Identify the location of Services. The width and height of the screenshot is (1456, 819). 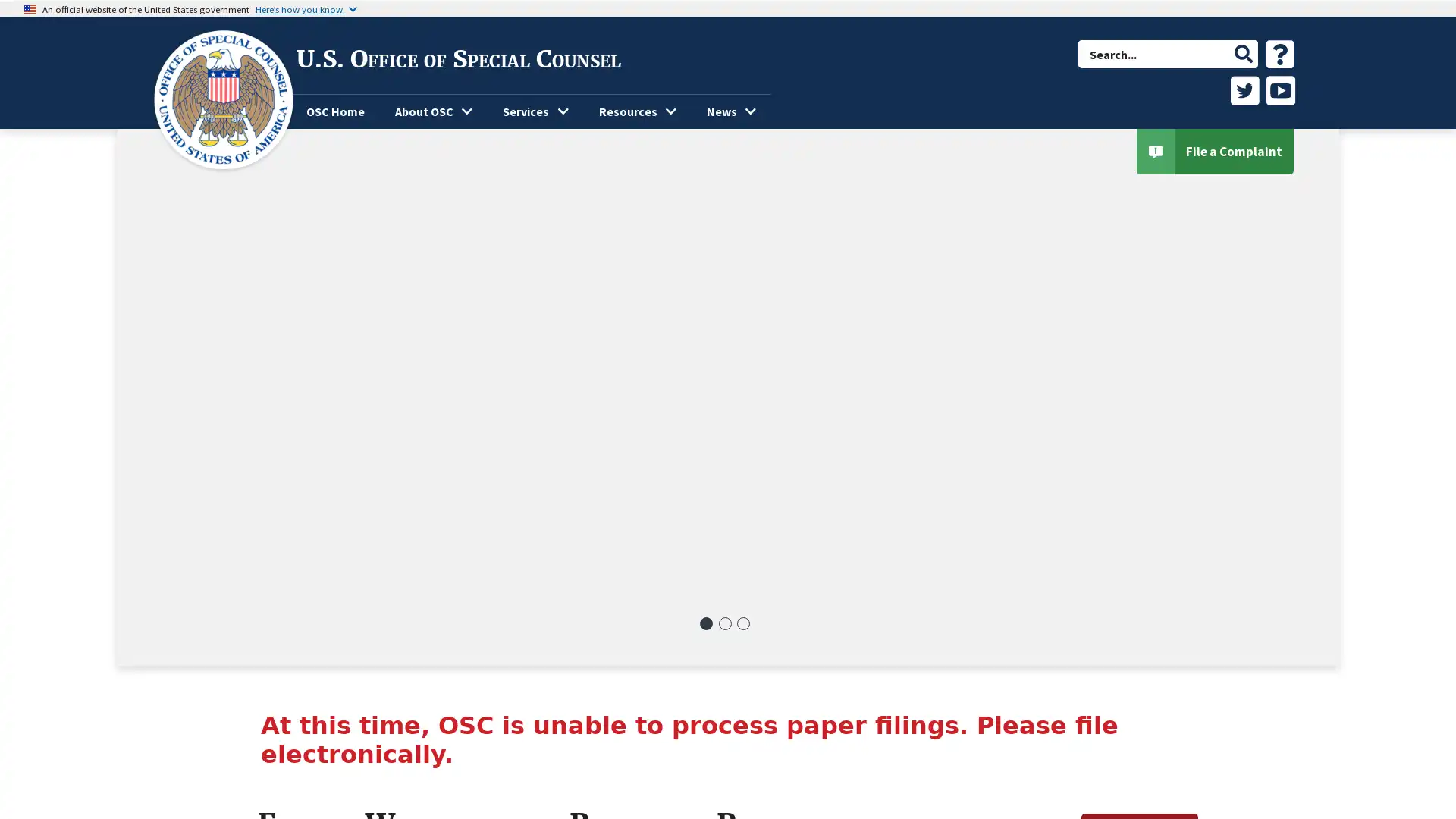
(535, 111).